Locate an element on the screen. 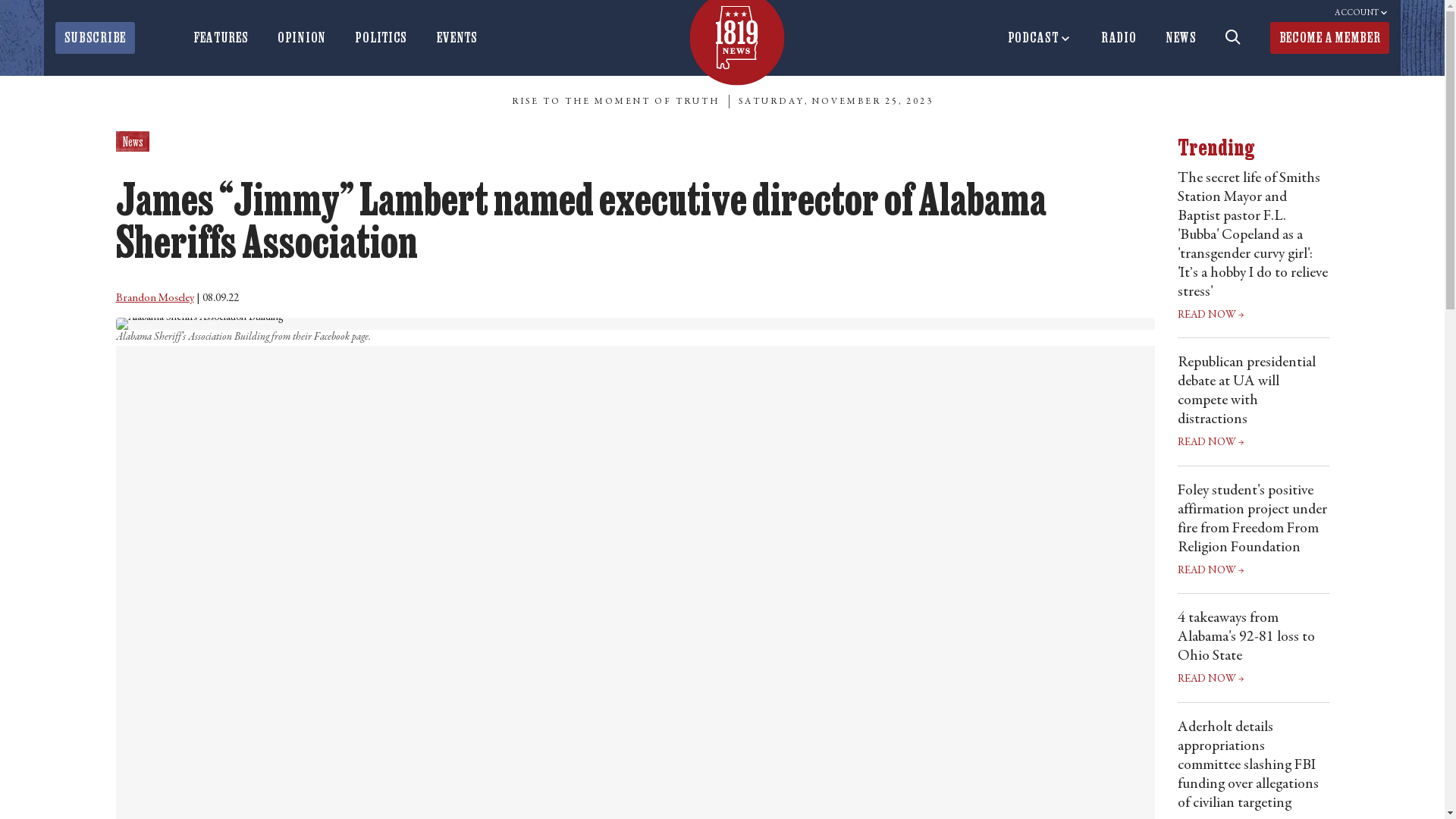  'FEATURES' is located at coordinates (220, 37).